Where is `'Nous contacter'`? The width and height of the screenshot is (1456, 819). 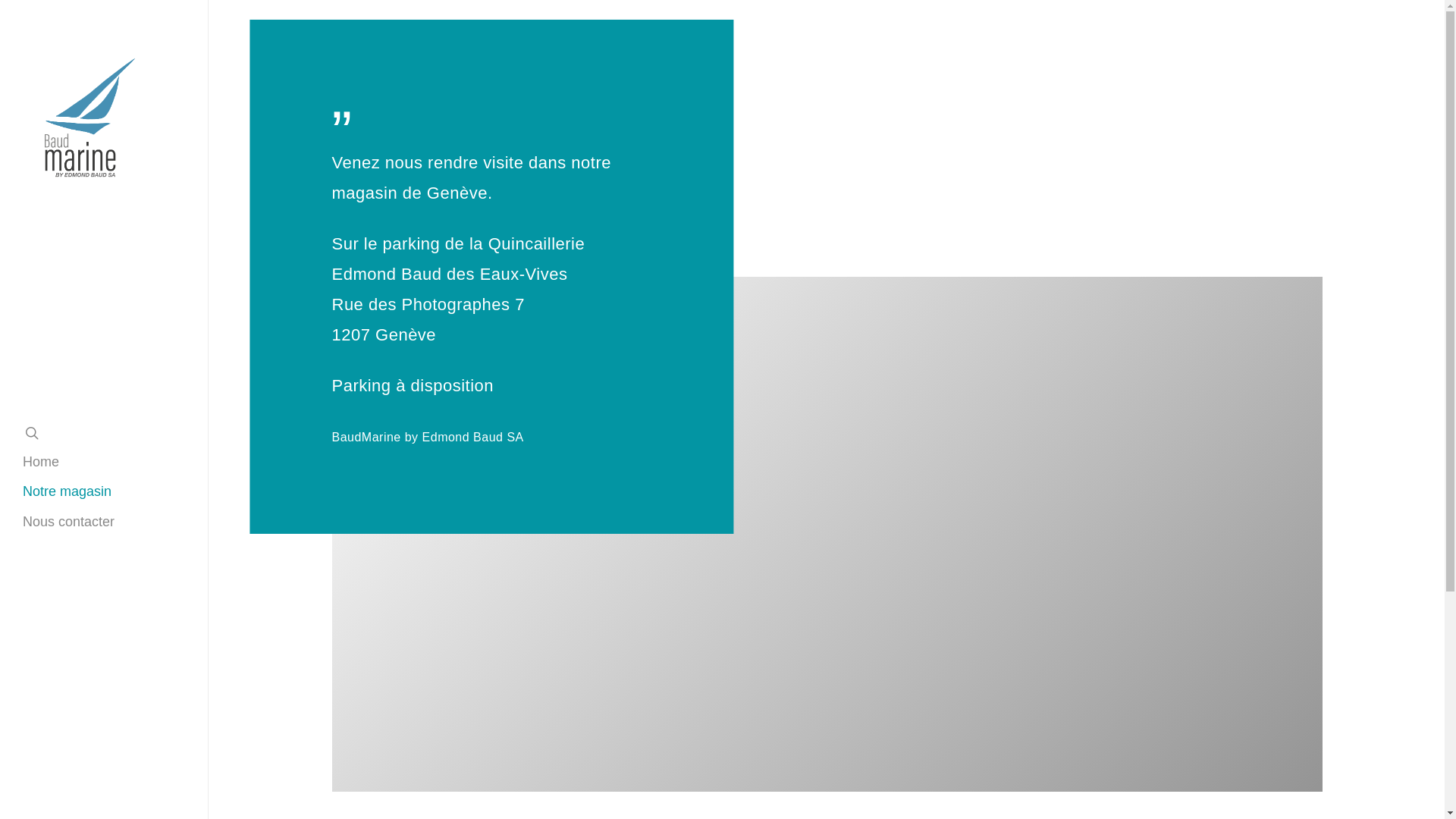 'Nous contacter' is located at coordinates (67, 521).